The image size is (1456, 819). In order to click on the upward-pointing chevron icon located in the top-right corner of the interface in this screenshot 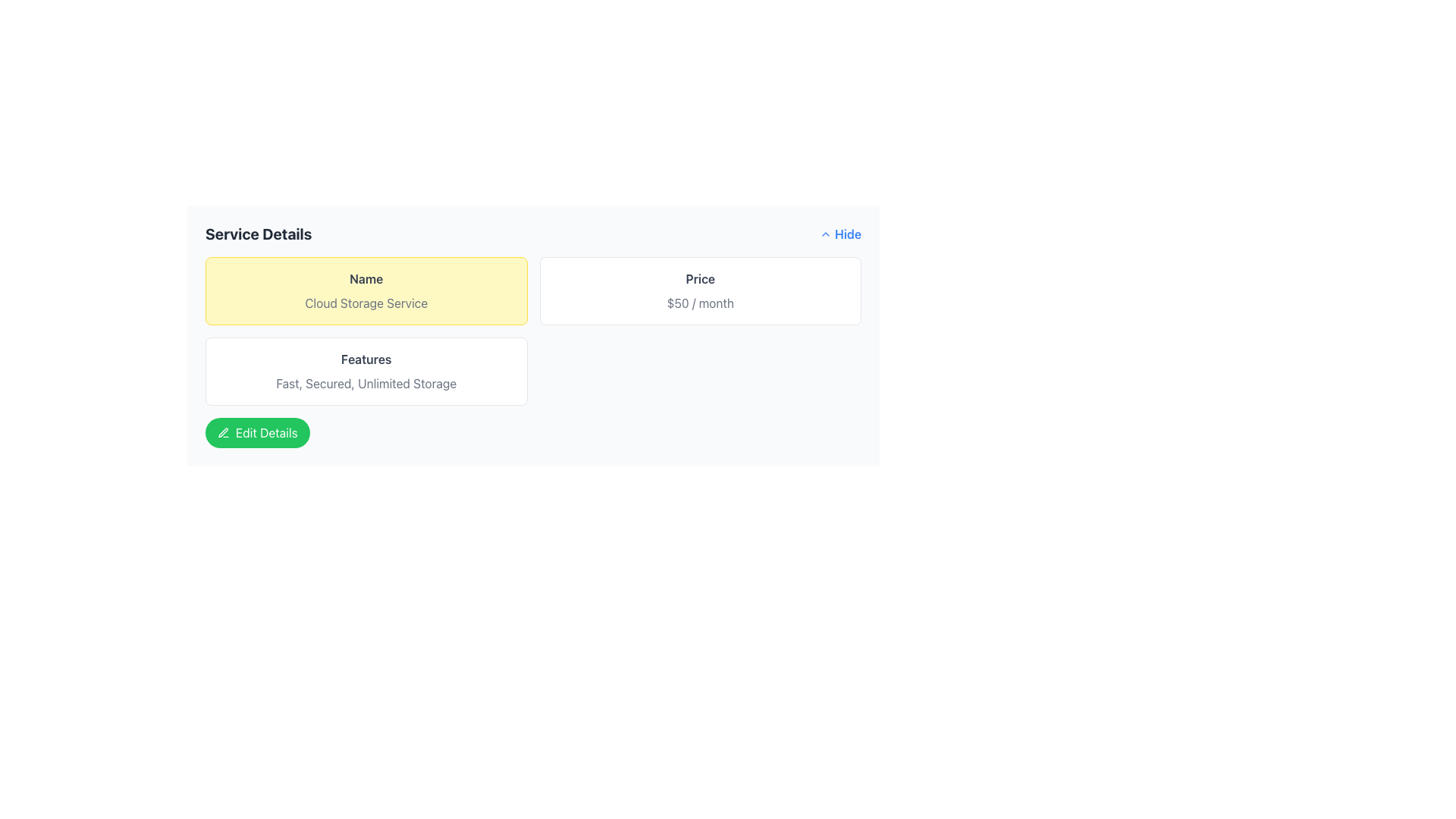, I will do `click(824, 234)`.